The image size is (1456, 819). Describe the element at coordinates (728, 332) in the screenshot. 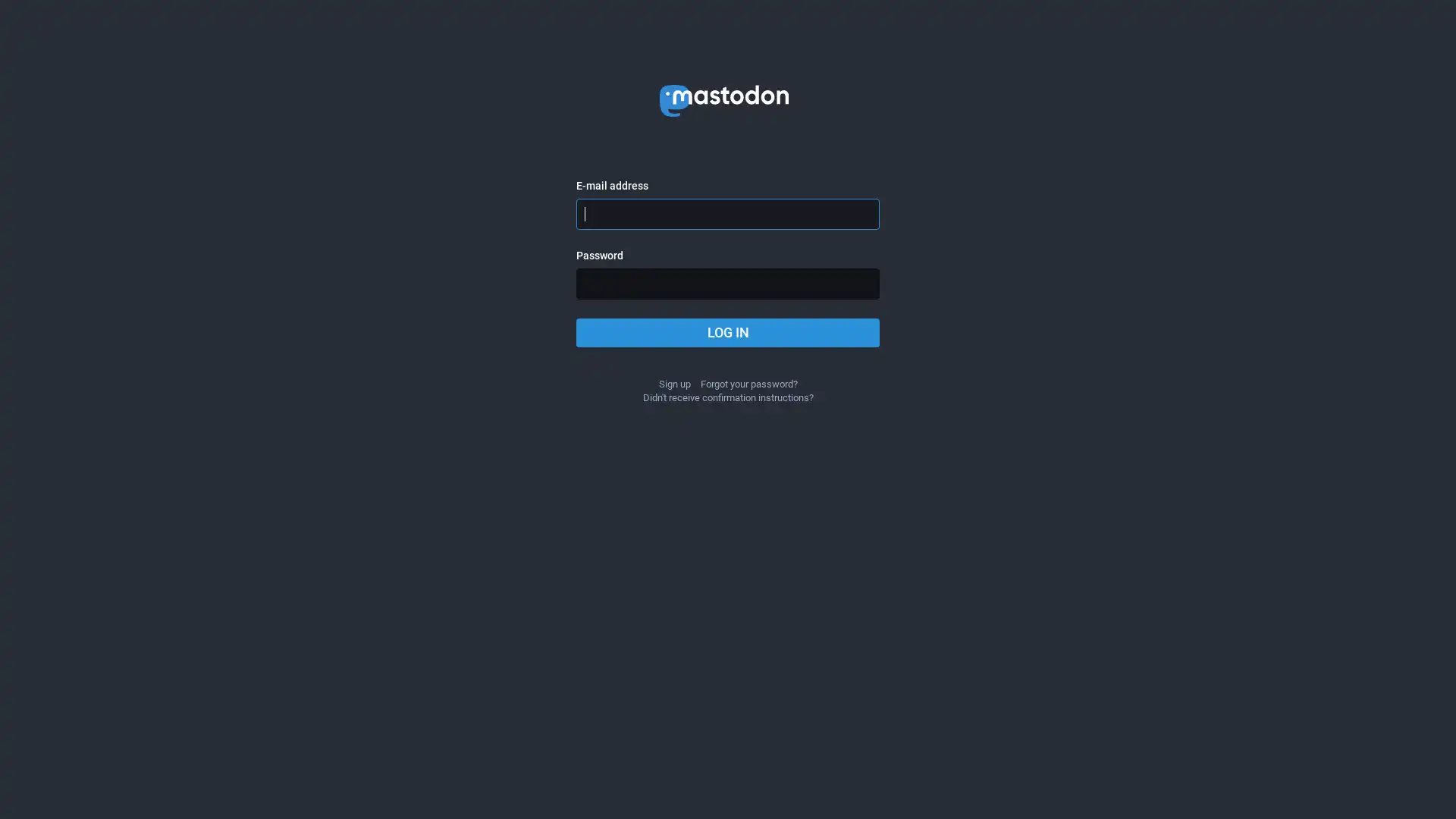

I see `LOG IN` at that location.